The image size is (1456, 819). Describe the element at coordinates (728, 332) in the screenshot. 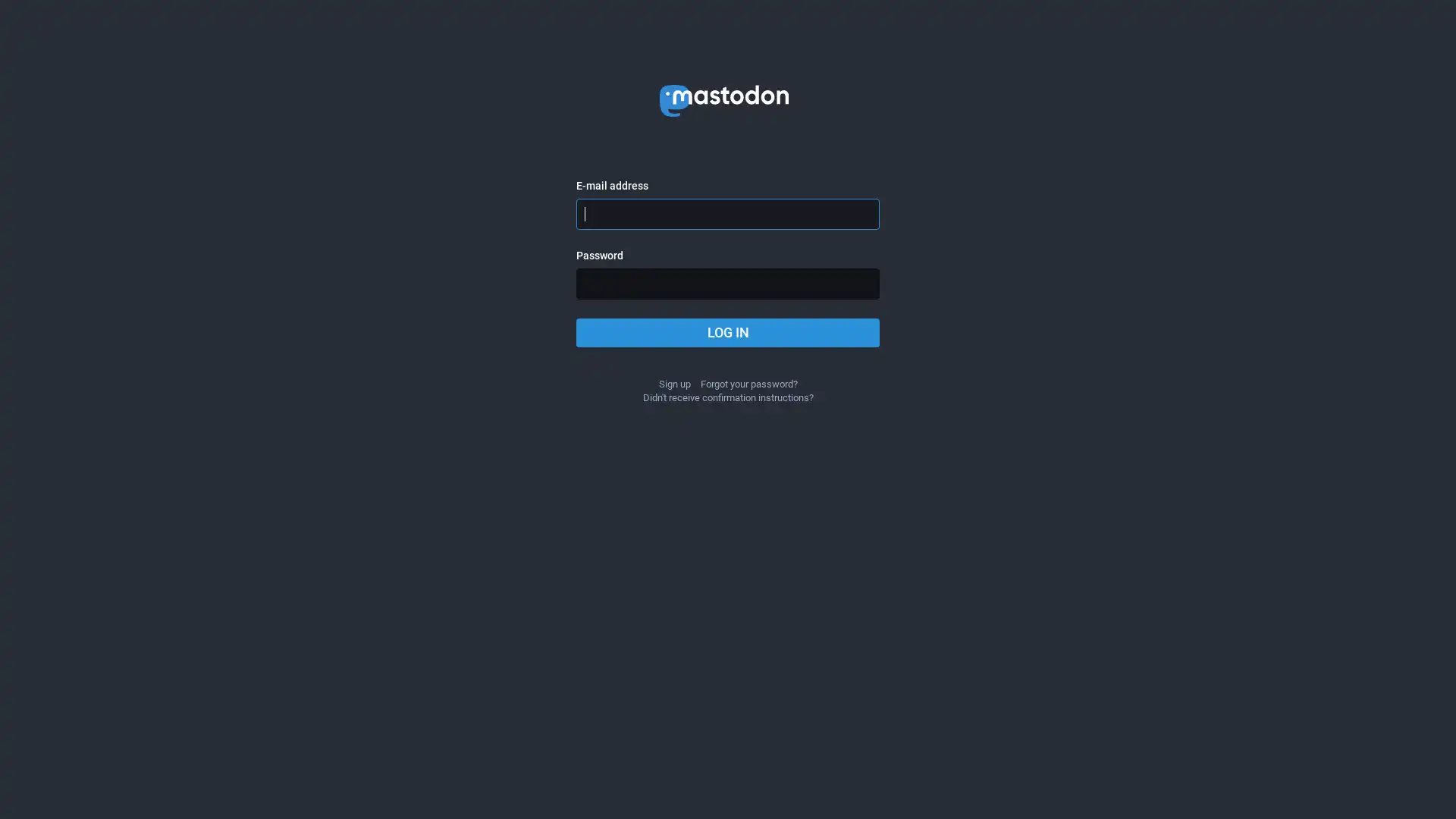

I see `LOG IN` at that location.